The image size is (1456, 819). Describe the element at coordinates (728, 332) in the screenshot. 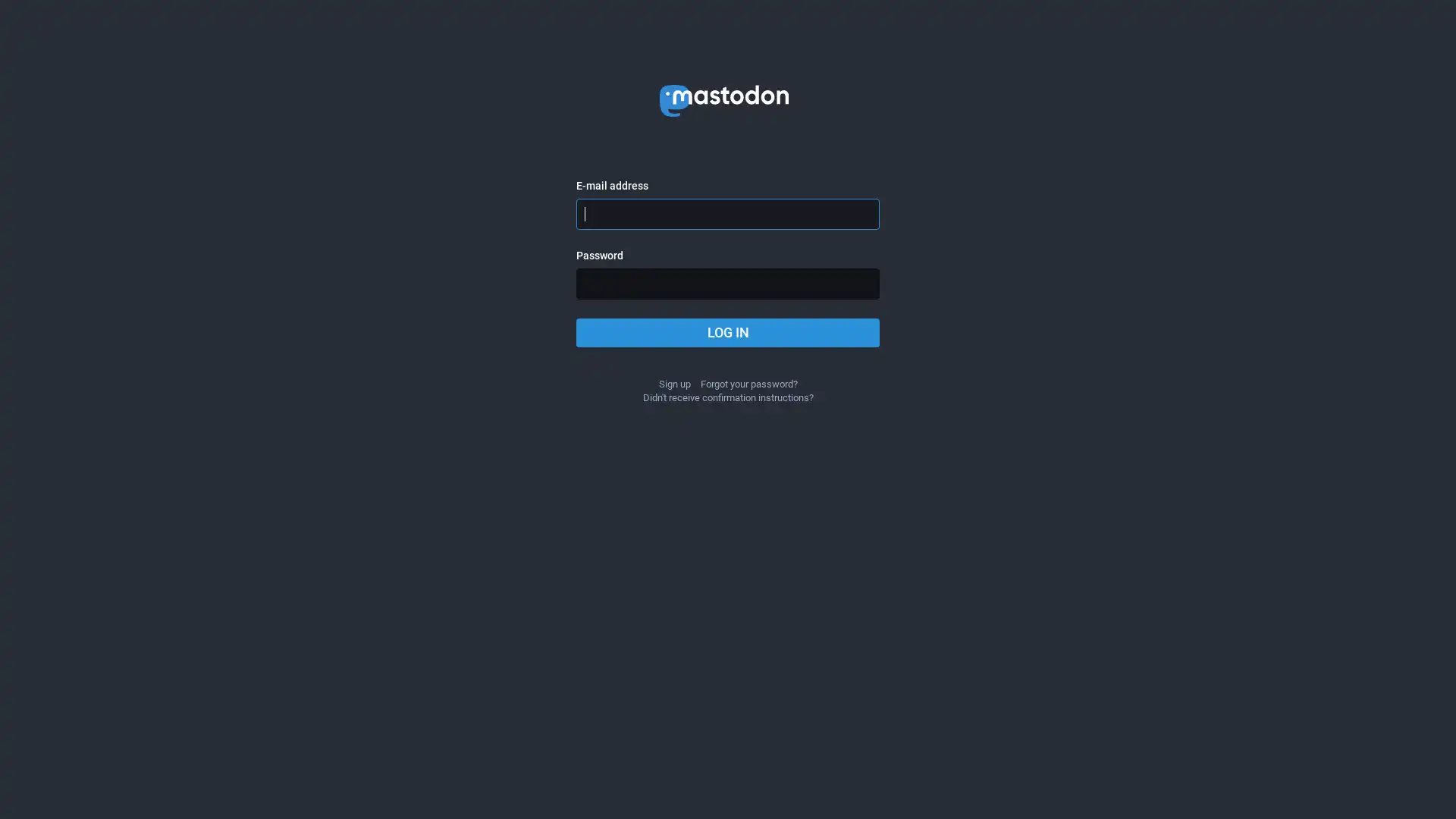

I see `LOG IN` at that location.